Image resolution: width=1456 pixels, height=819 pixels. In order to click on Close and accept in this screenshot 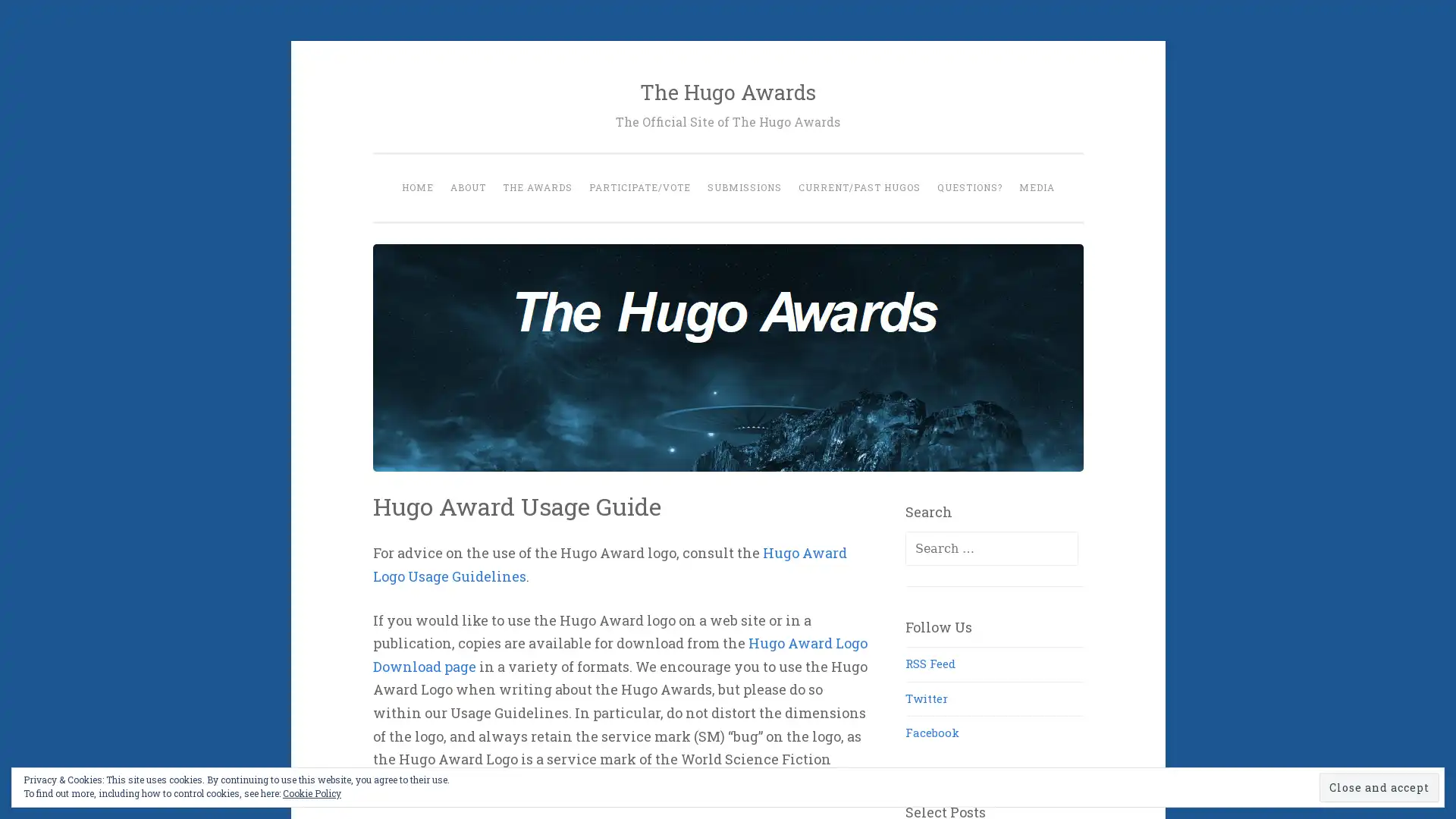, I will do `click(1379, 786)`.